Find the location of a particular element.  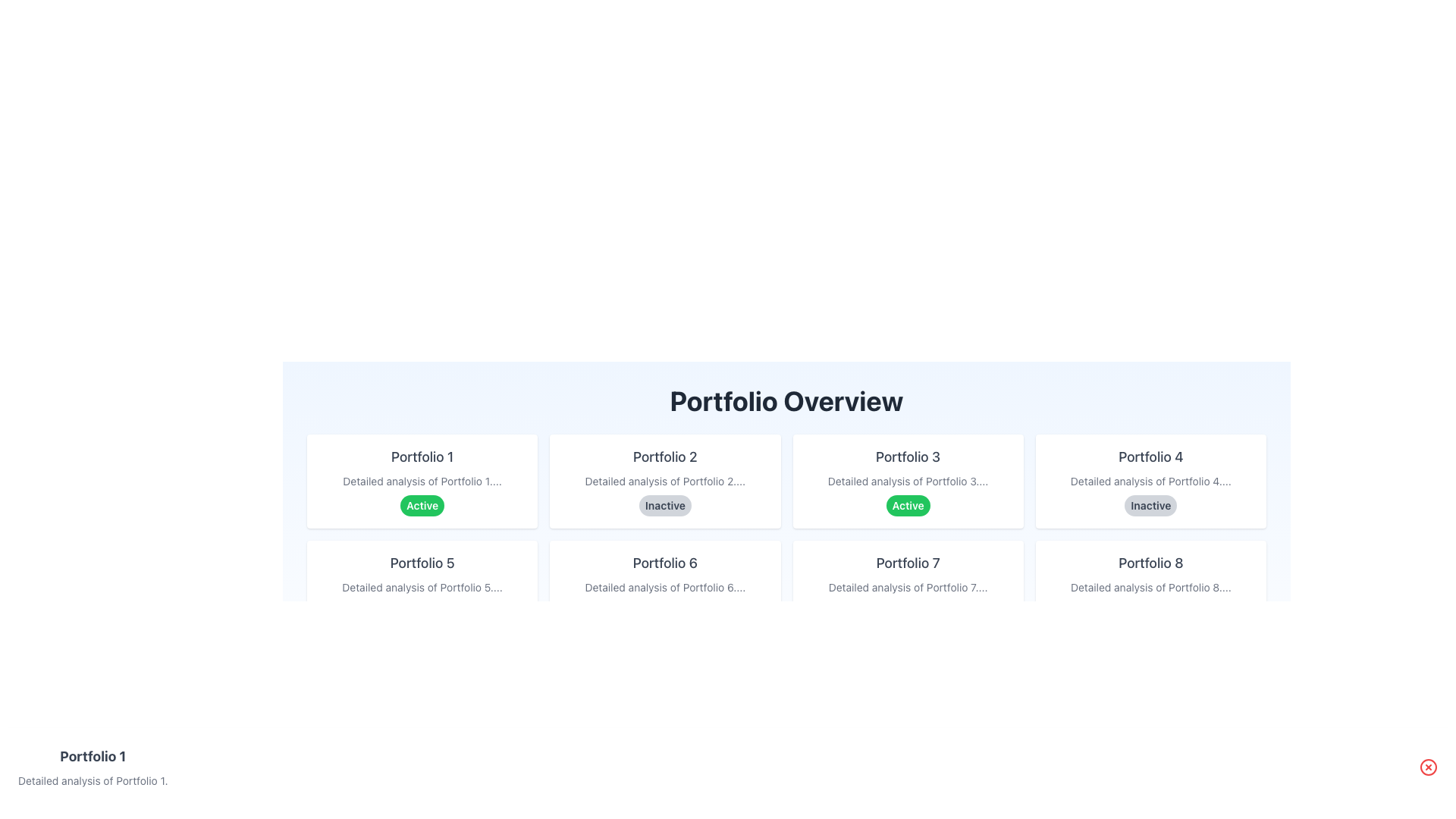

the text label 'Portfolio 1' displayed in bold gray font at the top of the first portfolio card to trigger potential tooltips is located at coordinates (422, 456).